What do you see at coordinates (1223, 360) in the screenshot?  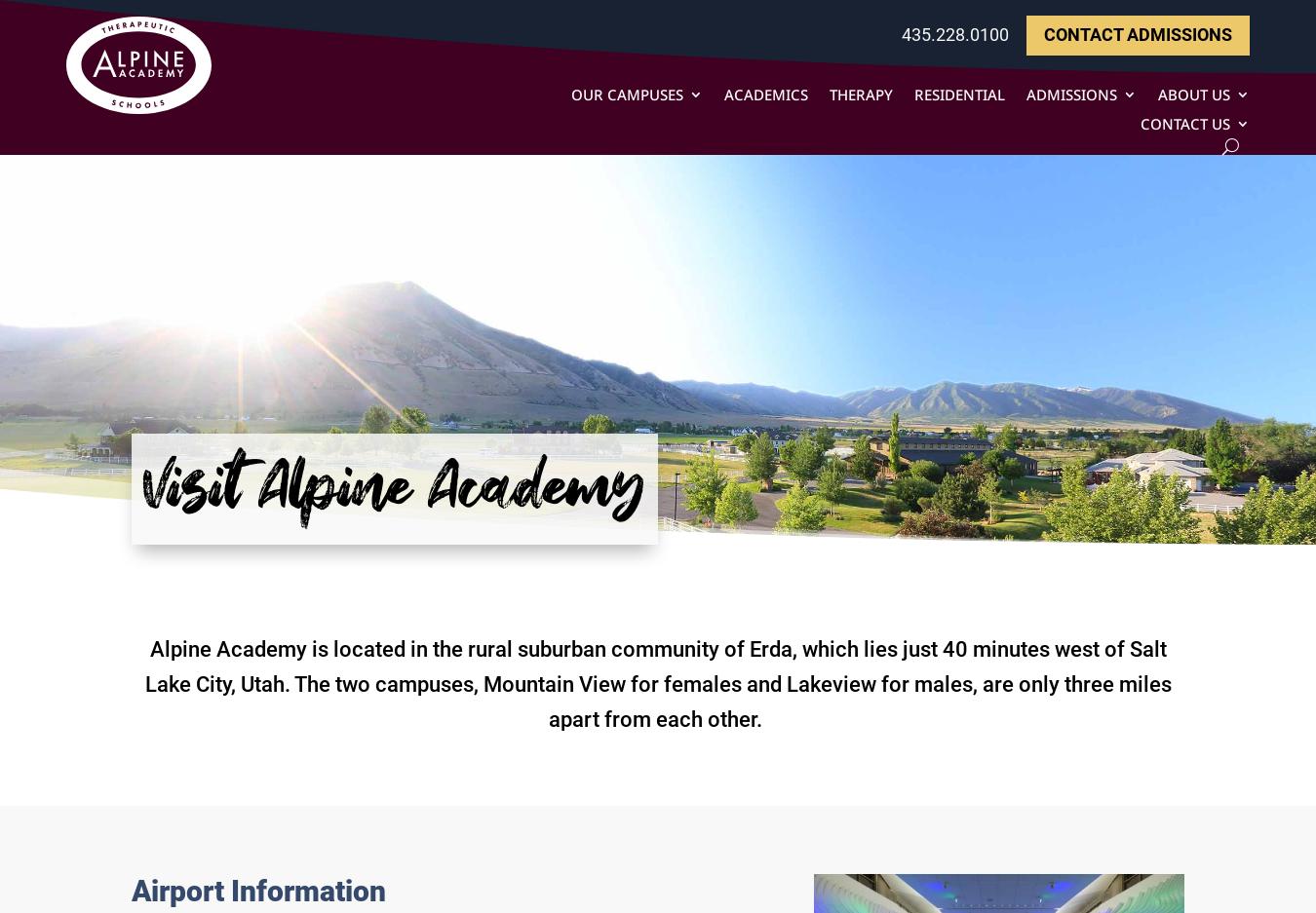 I see `'Affiliates'` at bounding box center [1223, 360].